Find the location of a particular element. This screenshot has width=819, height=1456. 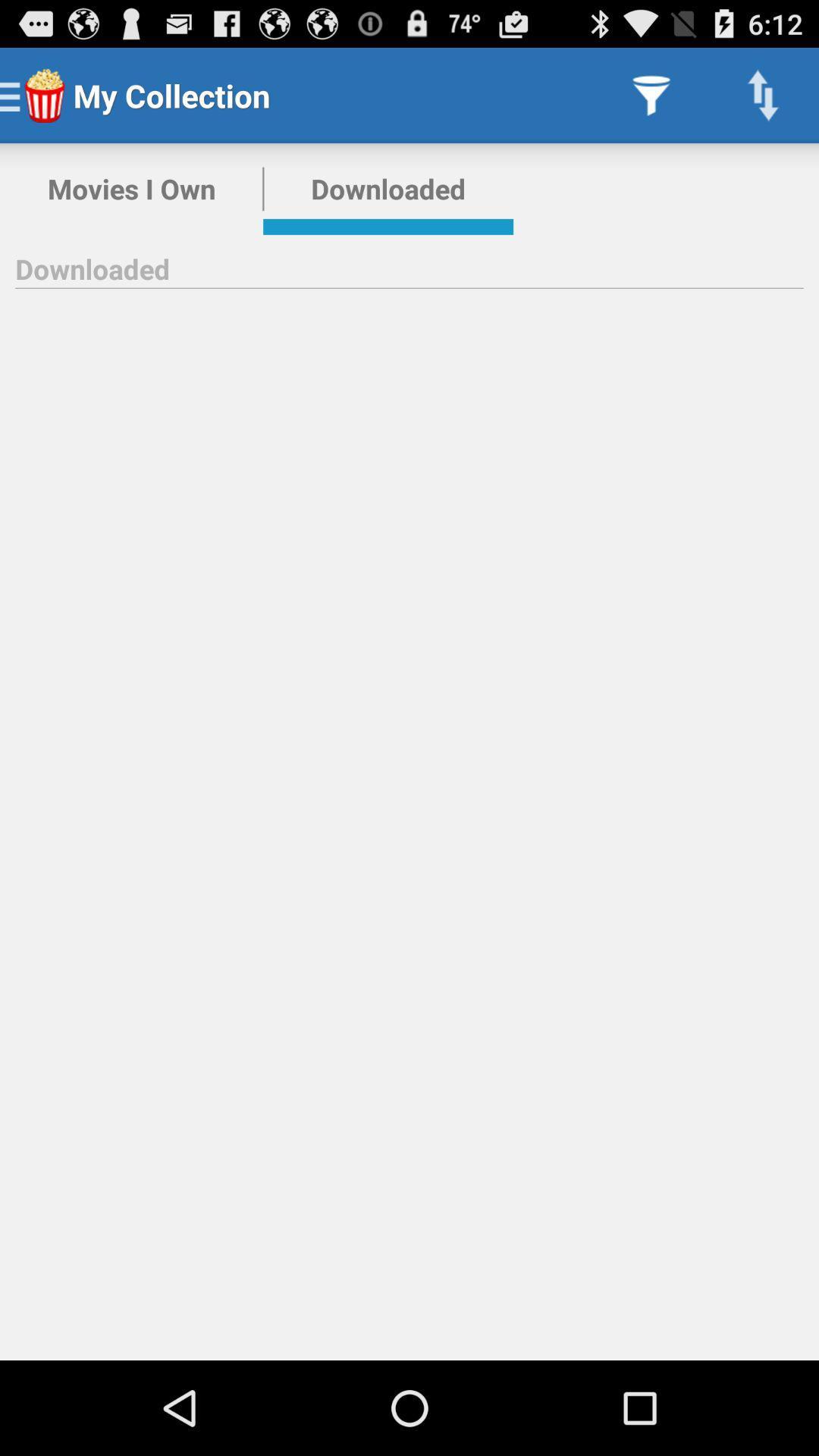

the icon to the right of movies i own is located at coordinates (388, 188).